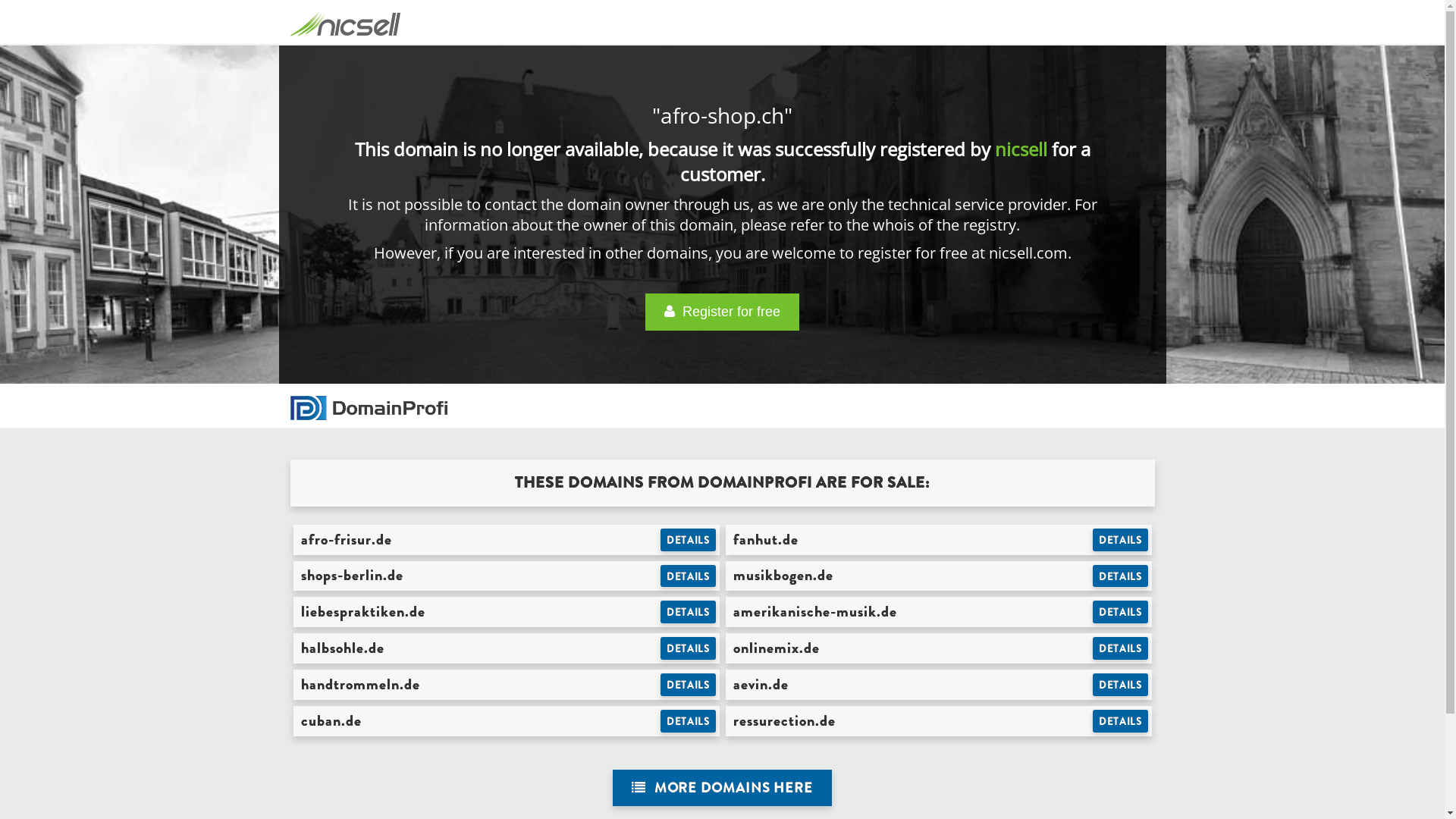 This screenshot has height=819, width=1456. What do you see at coordinates (687, 576) in the screenshot?
I see `'DETAILS'` at bounding box center [687, 576].